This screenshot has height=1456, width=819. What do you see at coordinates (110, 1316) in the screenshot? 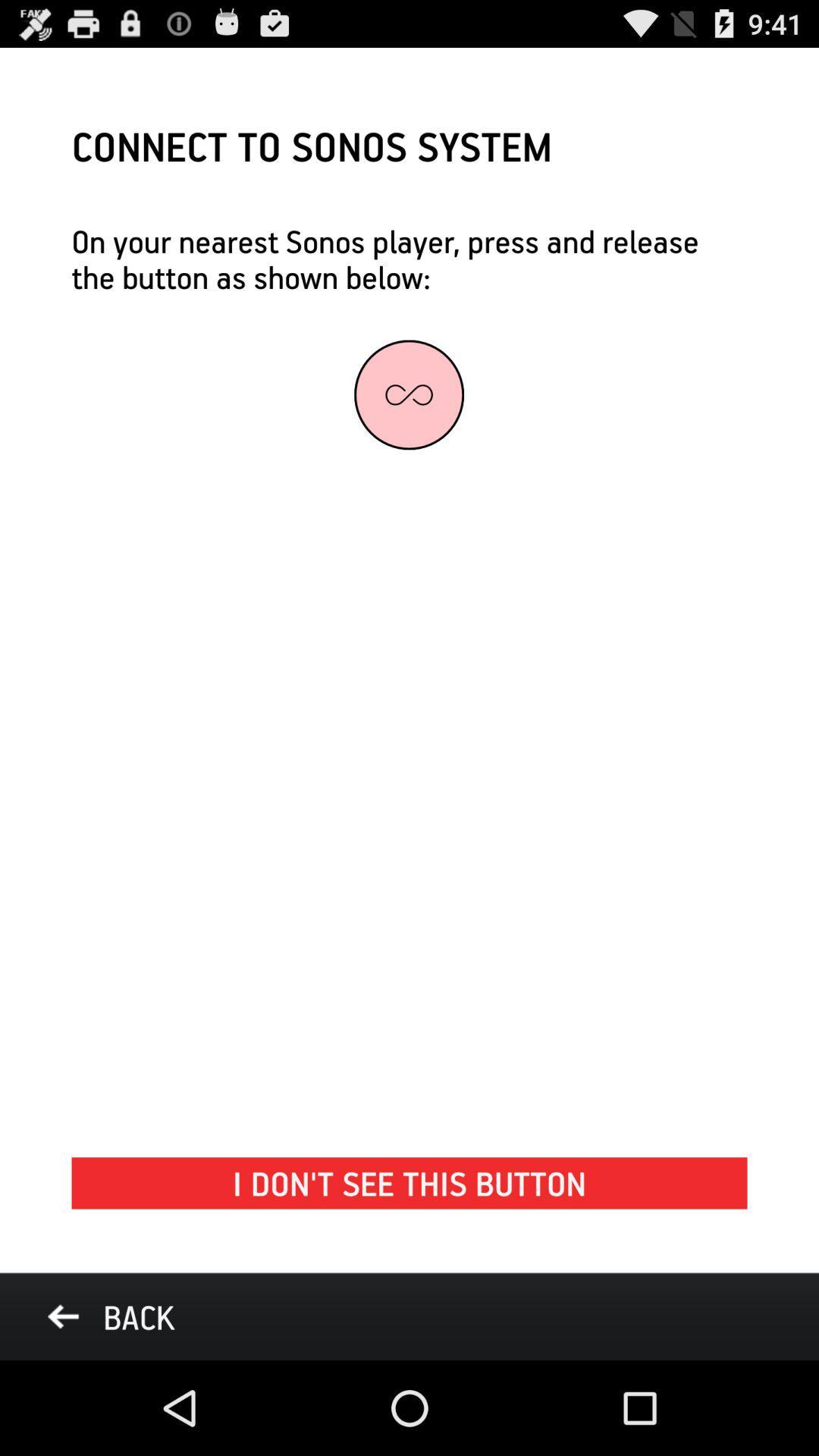
I see `back icon` at bounding box center [110, 1316].